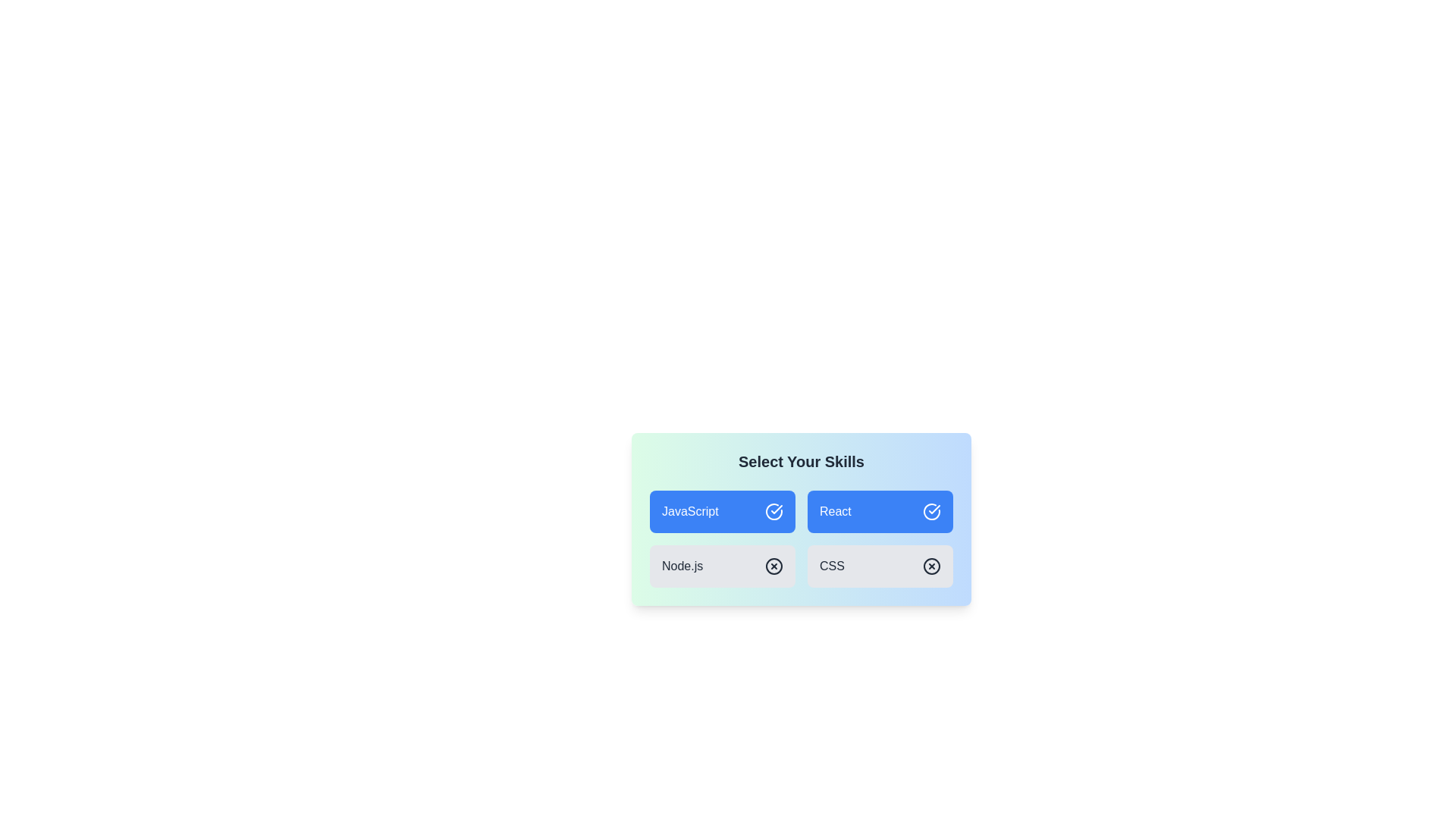 The image size is (1456, 819). What do you see at coordinates (880, 566) in the screenshot?
I see `the skill item CSS by clicking on it` at bounding box center [880, 566].